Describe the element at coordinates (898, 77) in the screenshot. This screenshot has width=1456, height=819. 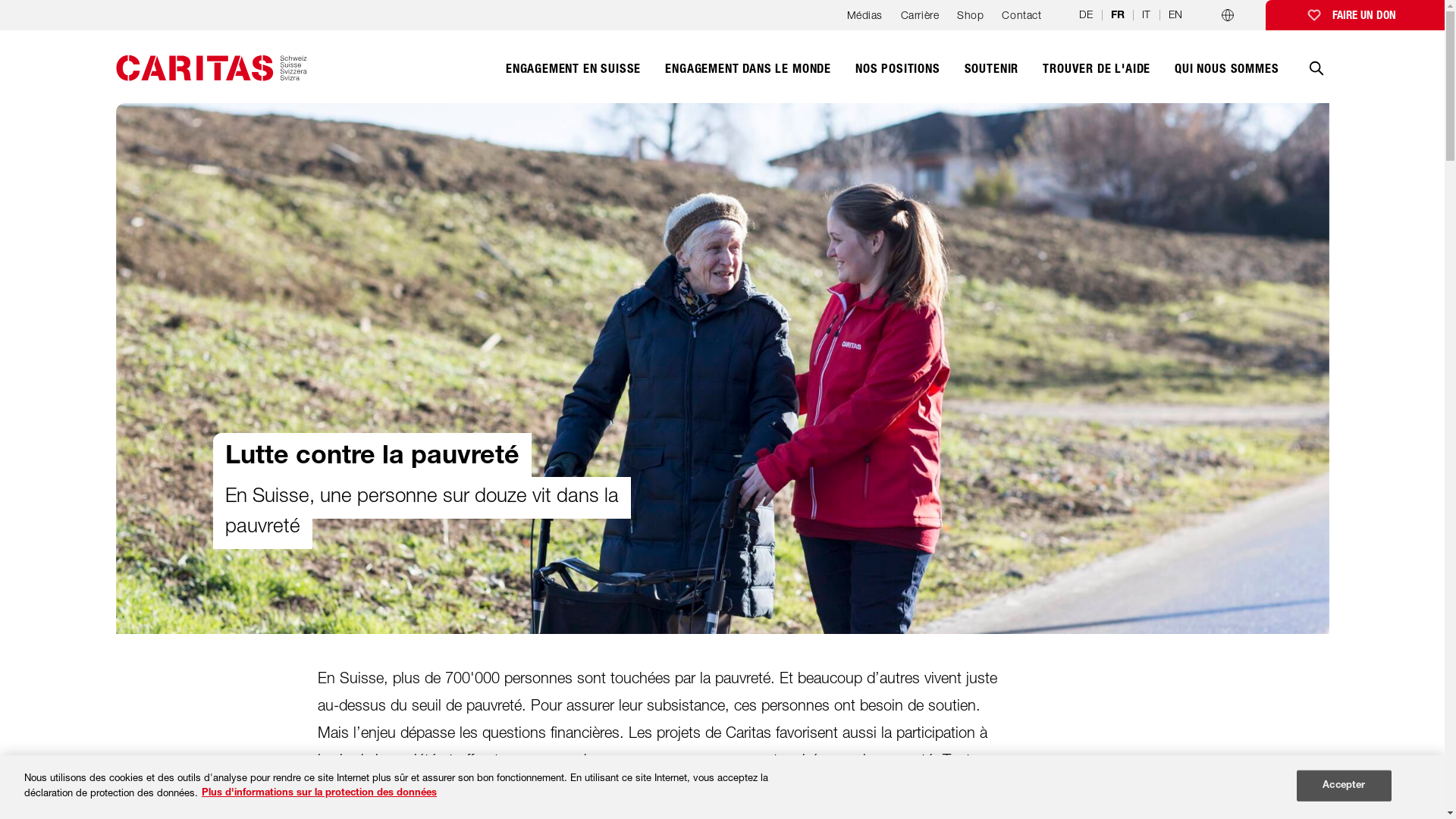
I see `'NOS POSITIONS'` at that location.